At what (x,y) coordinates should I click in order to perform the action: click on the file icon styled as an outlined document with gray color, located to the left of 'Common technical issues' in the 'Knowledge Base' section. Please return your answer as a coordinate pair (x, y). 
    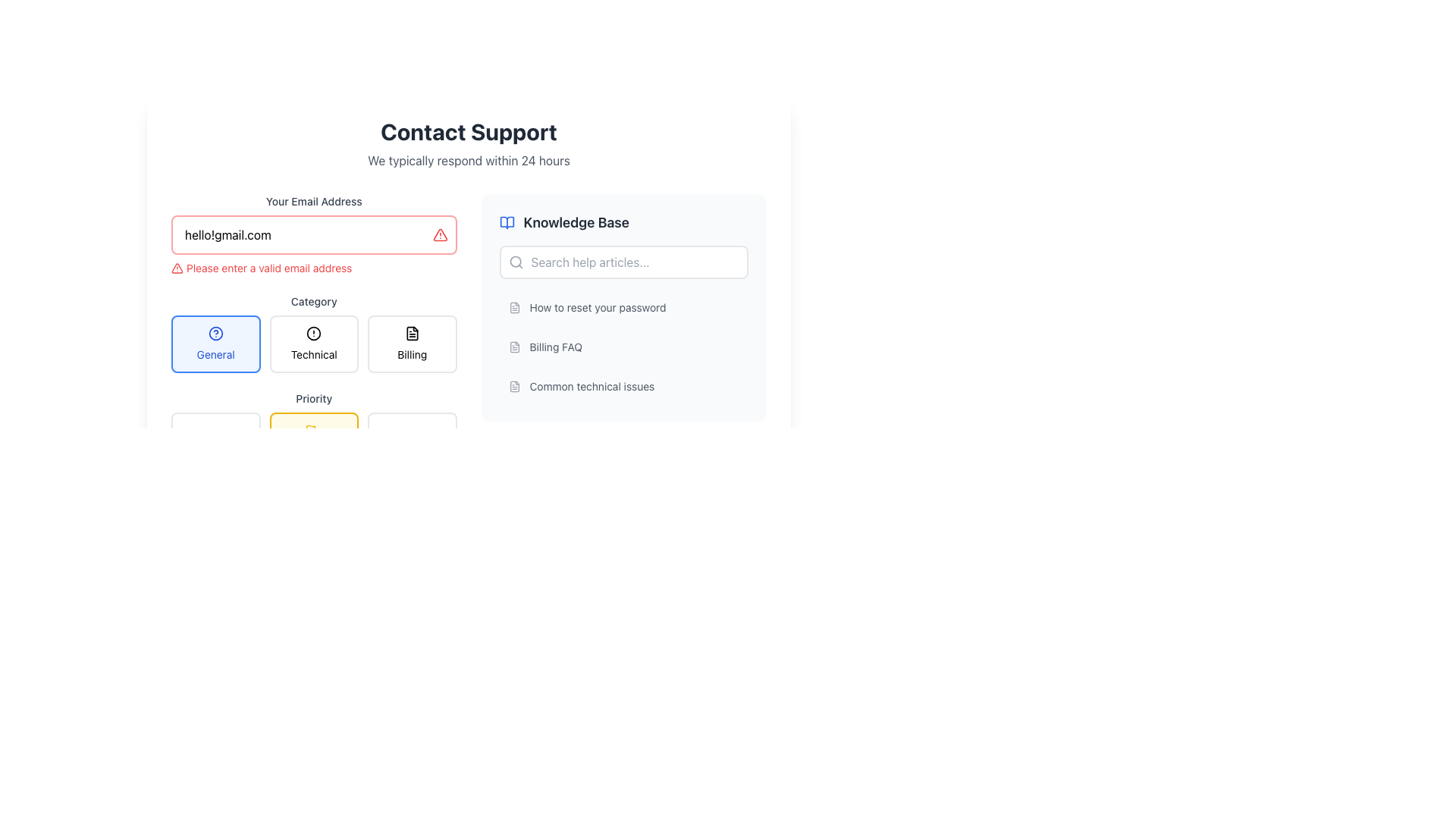
    Looking at the image, I should click on (514, 385).